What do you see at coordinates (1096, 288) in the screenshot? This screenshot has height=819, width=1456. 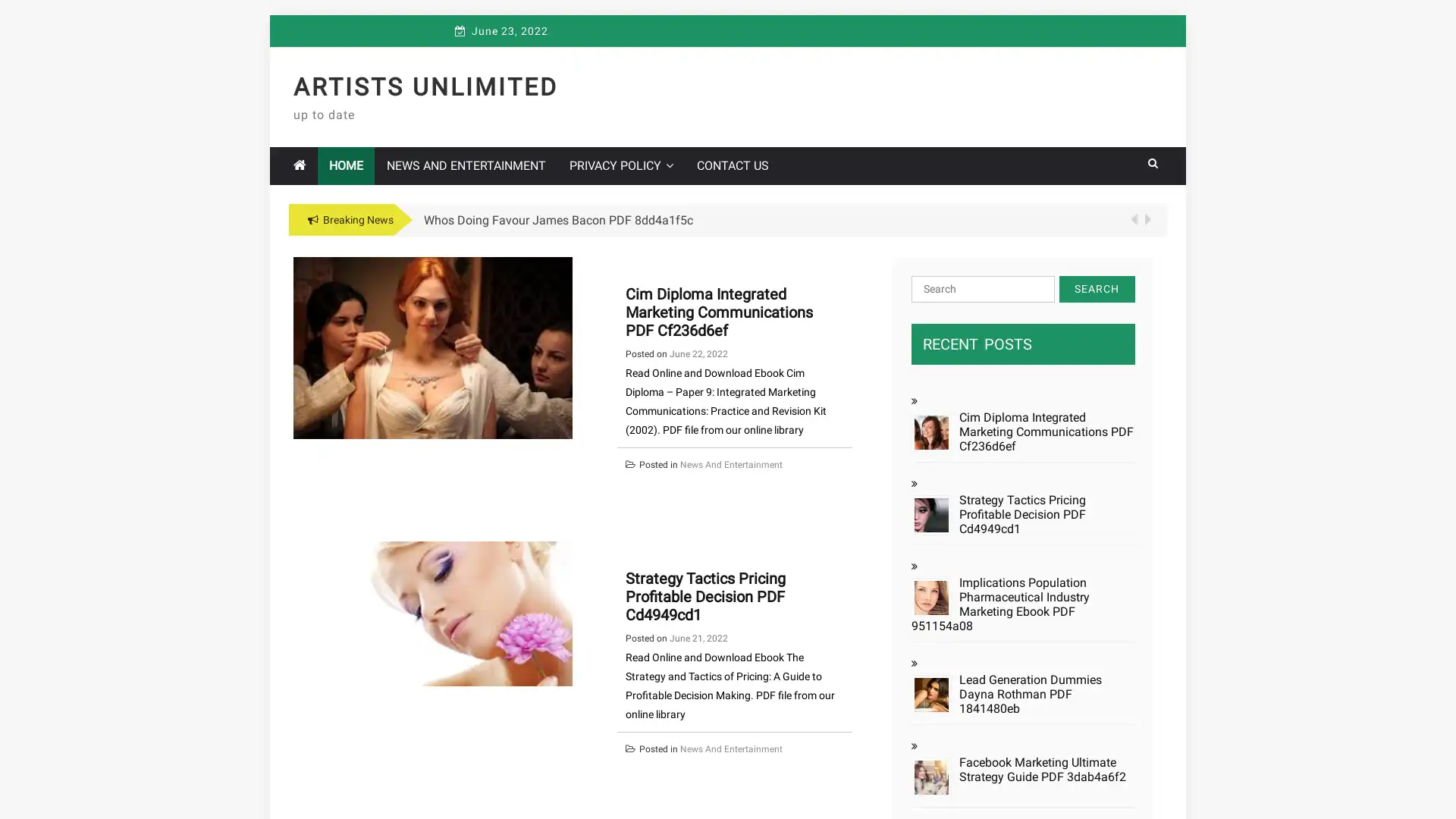 I see `Search` at bounding box center [1096, 288].